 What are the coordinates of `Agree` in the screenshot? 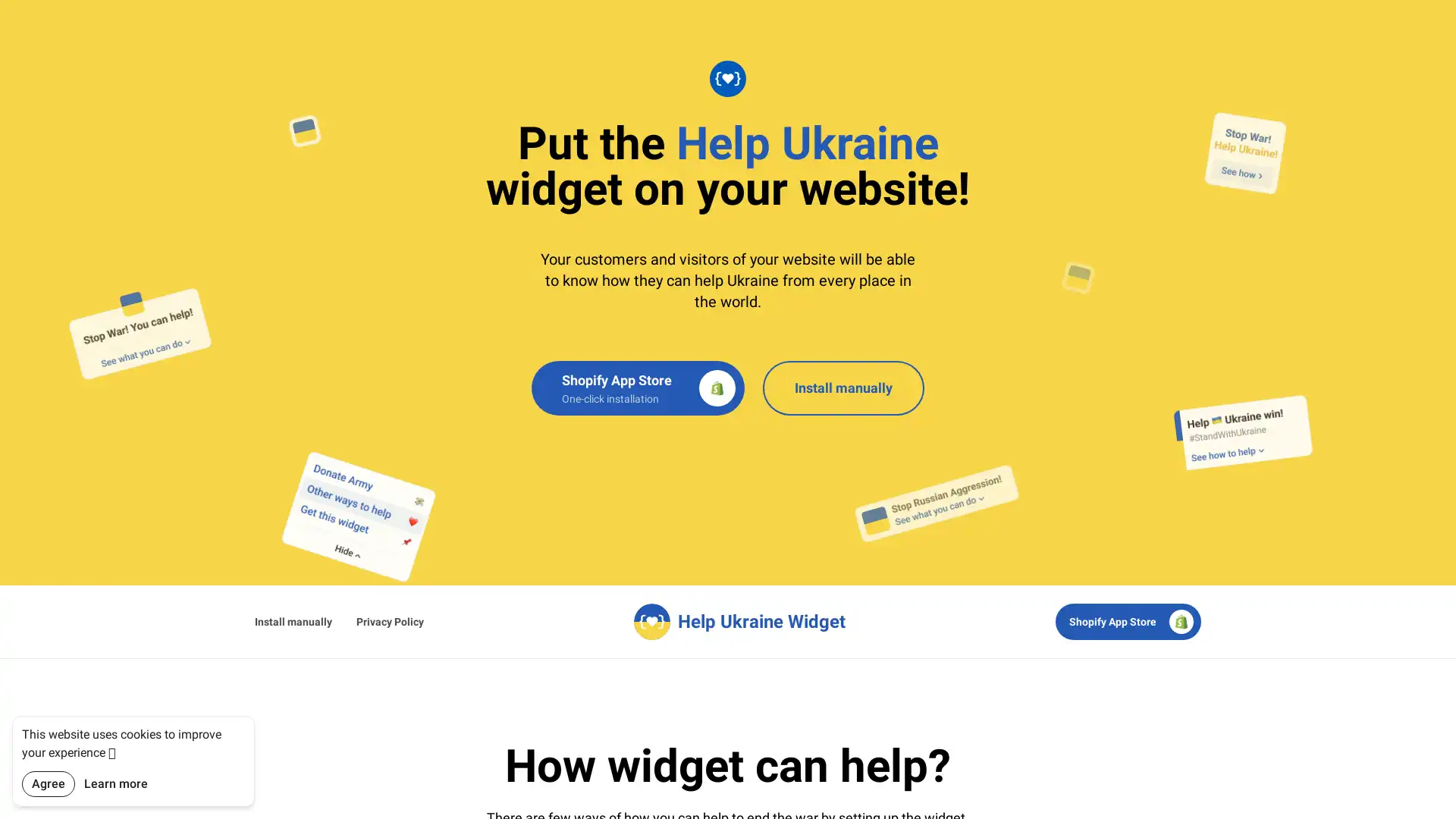 It's located at (48, 783).